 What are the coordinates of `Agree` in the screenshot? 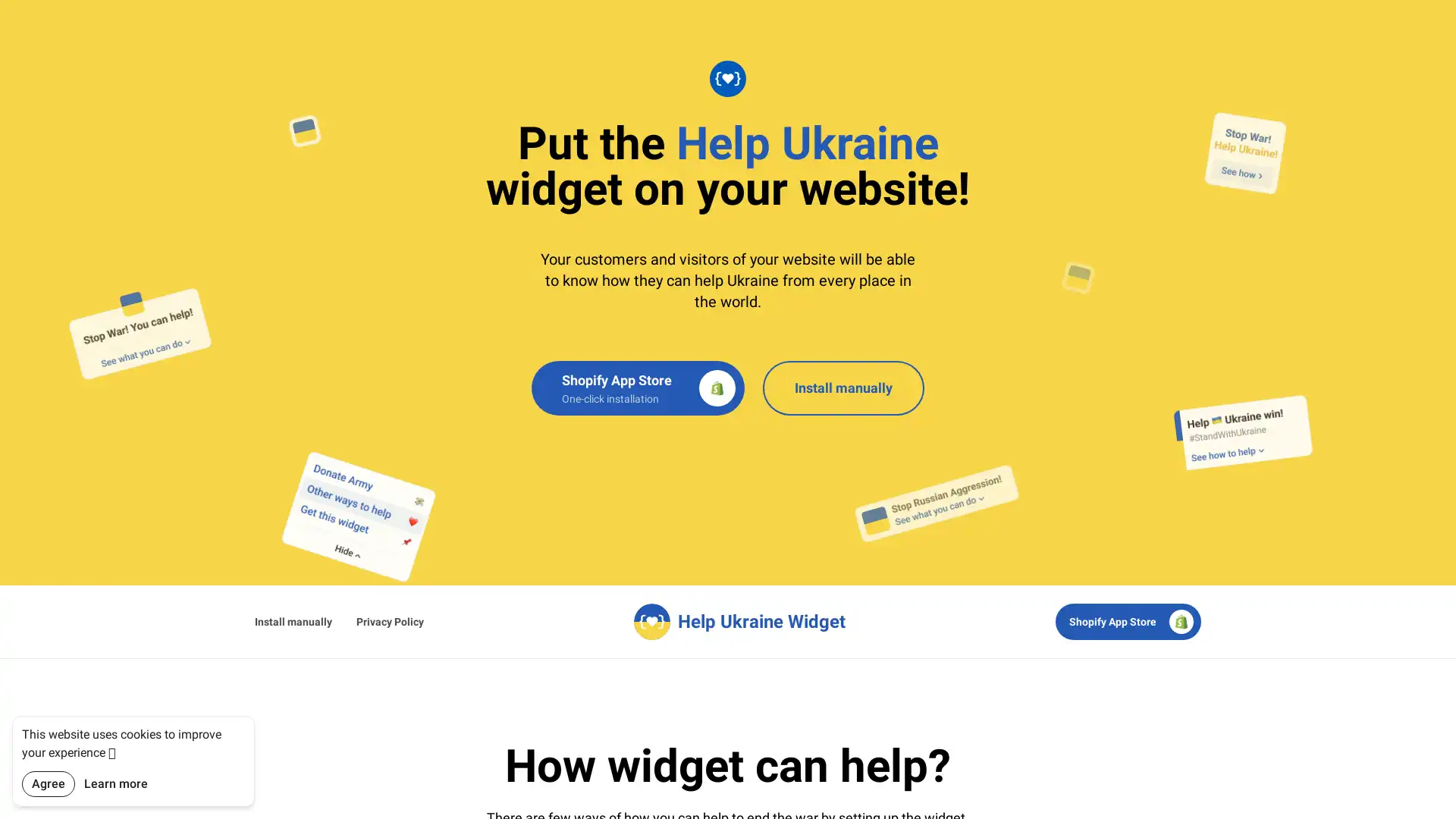 It's located at (48, 783).